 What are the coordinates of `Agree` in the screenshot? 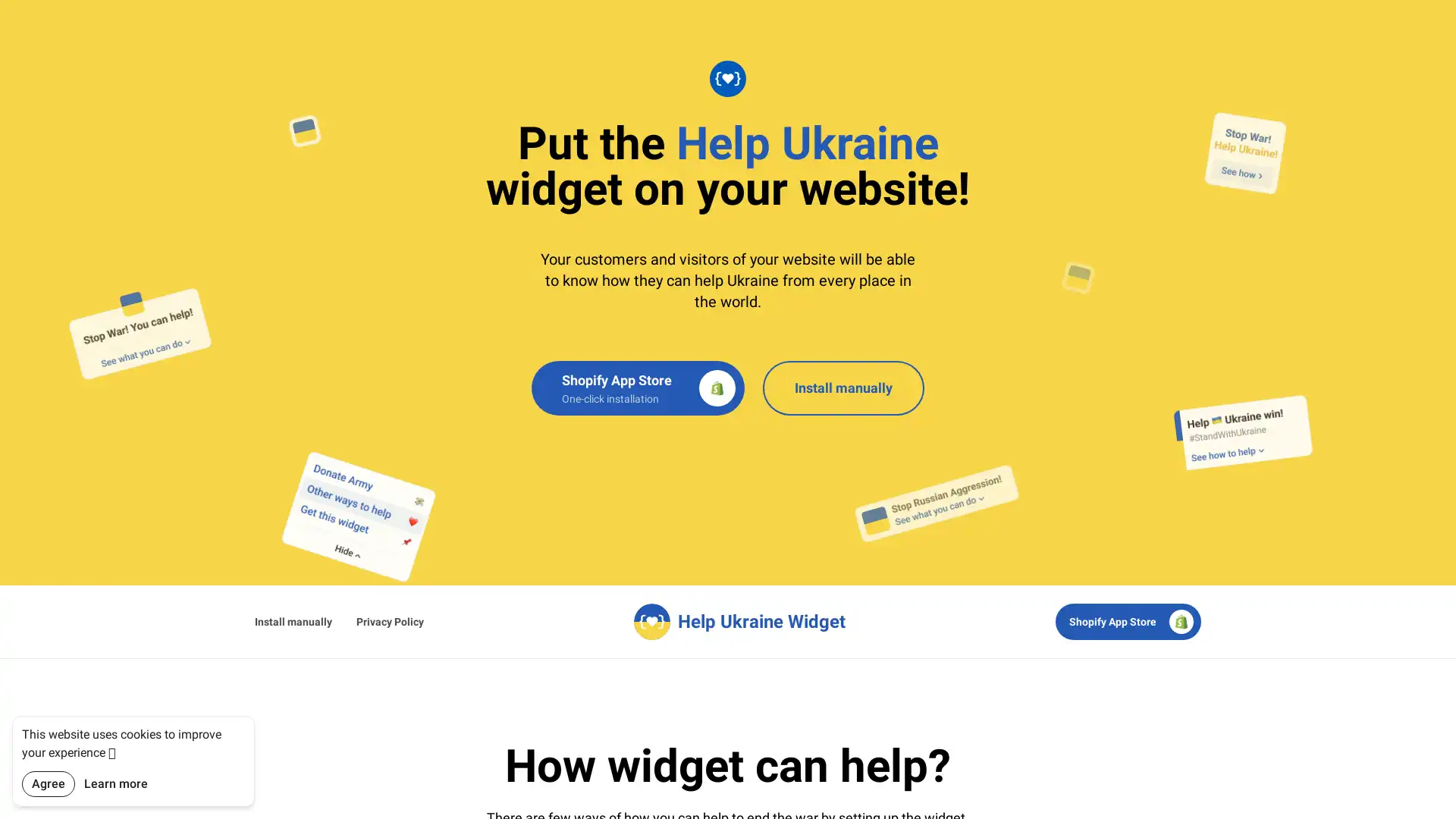 It's located at (48, 783).